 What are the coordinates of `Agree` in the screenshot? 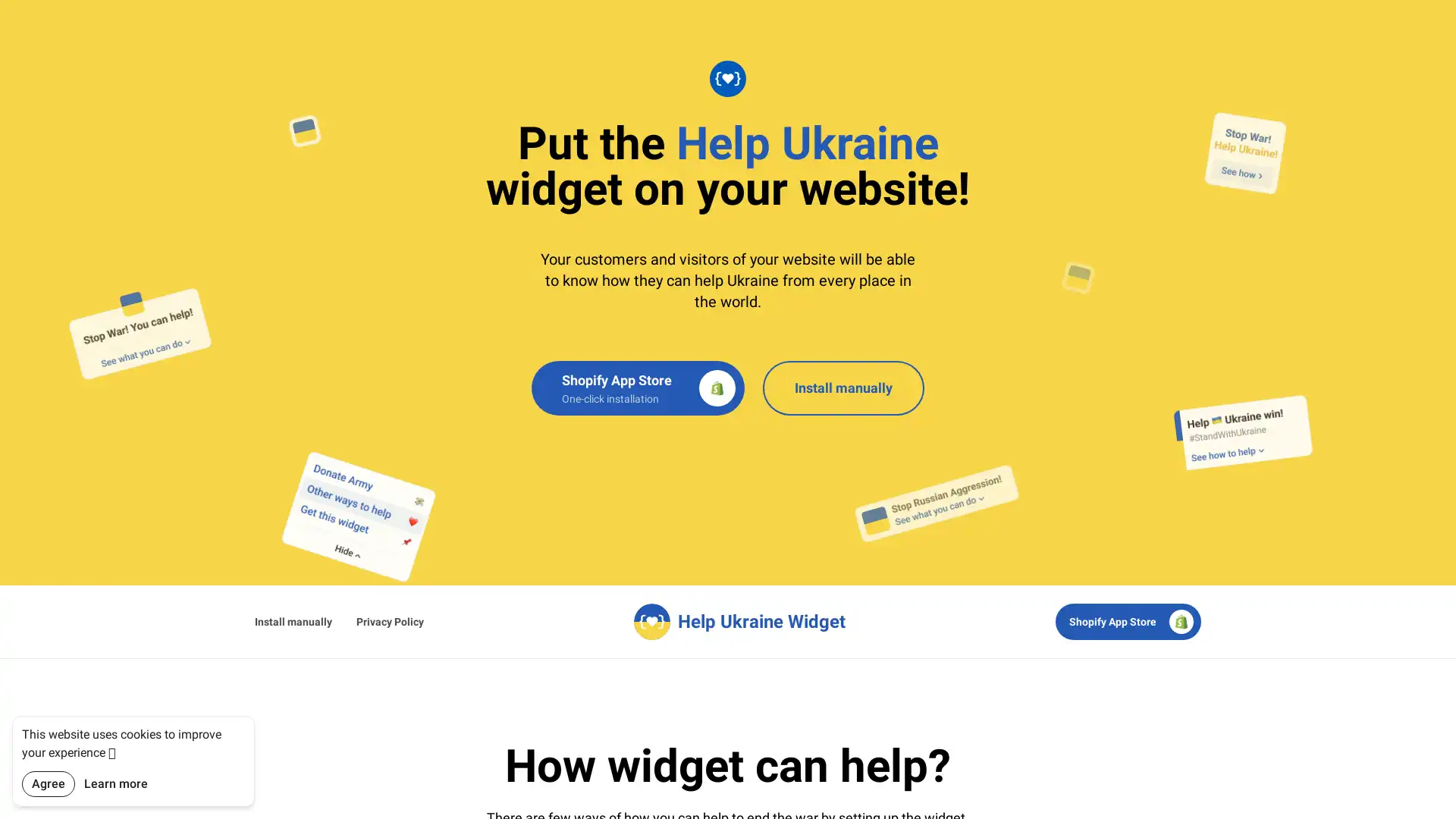 It's located at (48, 783).